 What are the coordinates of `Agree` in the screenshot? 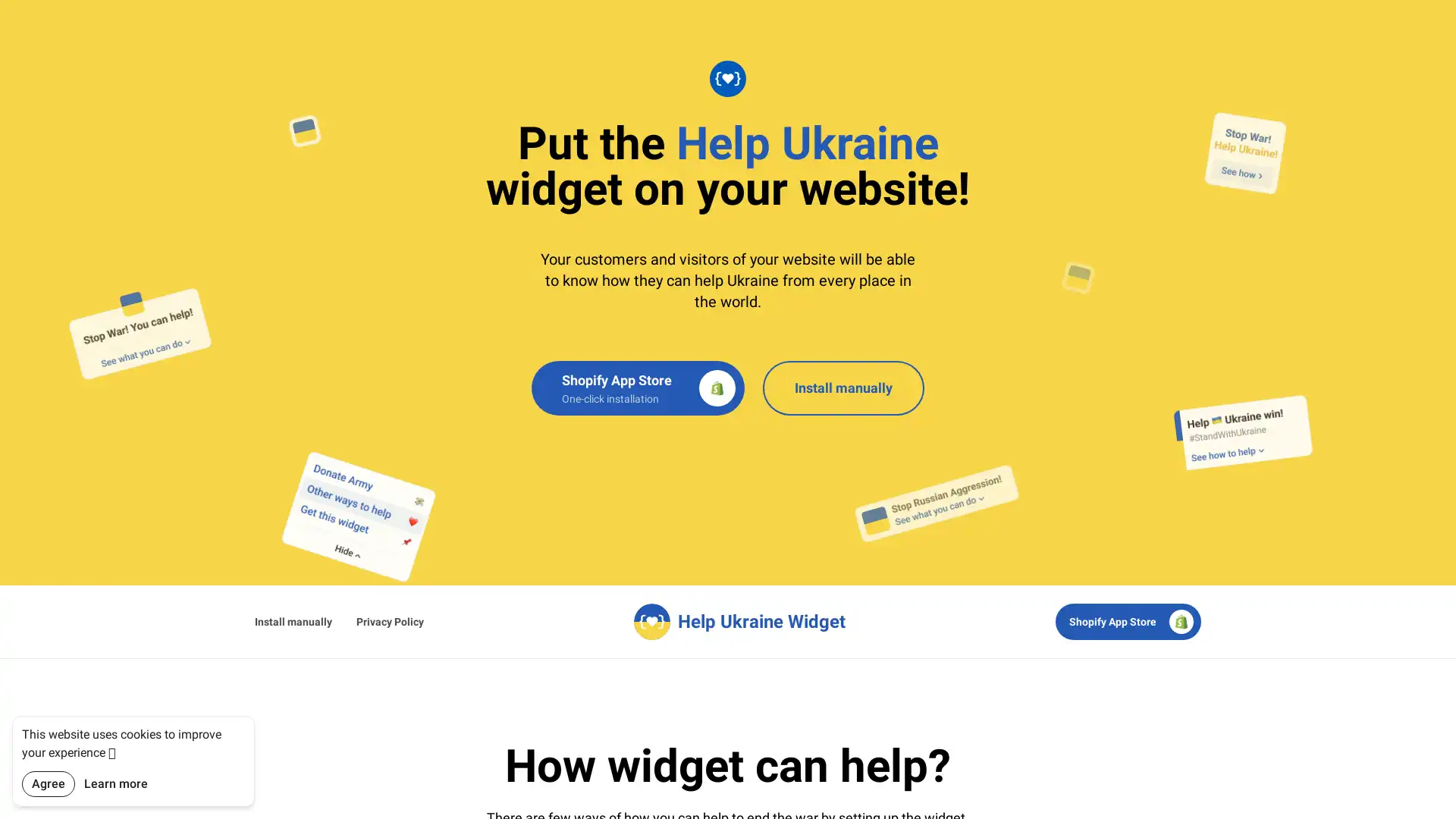 It's located at (48, 783).